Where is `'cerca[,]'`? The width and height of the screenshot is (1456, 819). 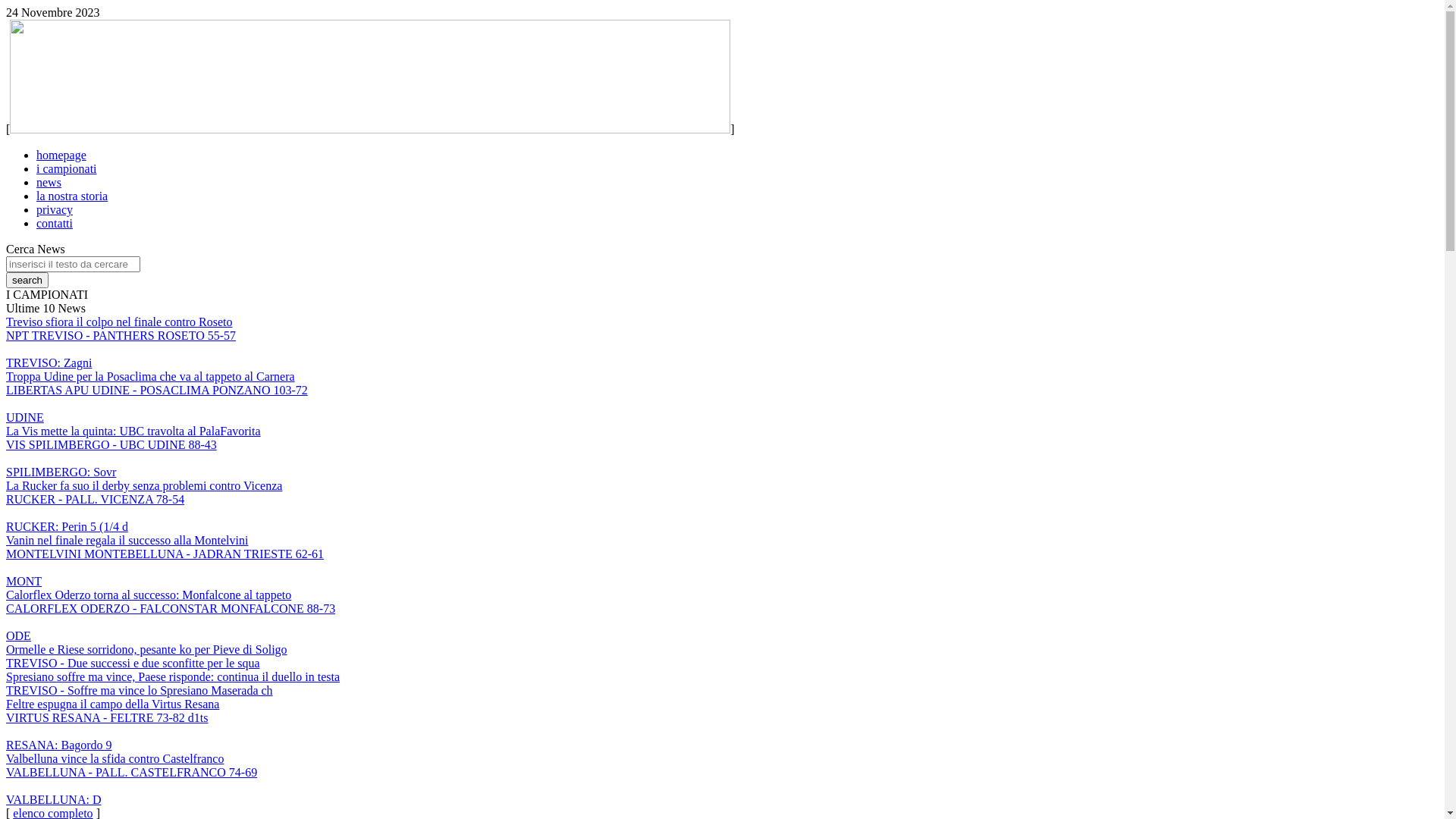 'cerca[,]' is located at coordinates (27, 280).